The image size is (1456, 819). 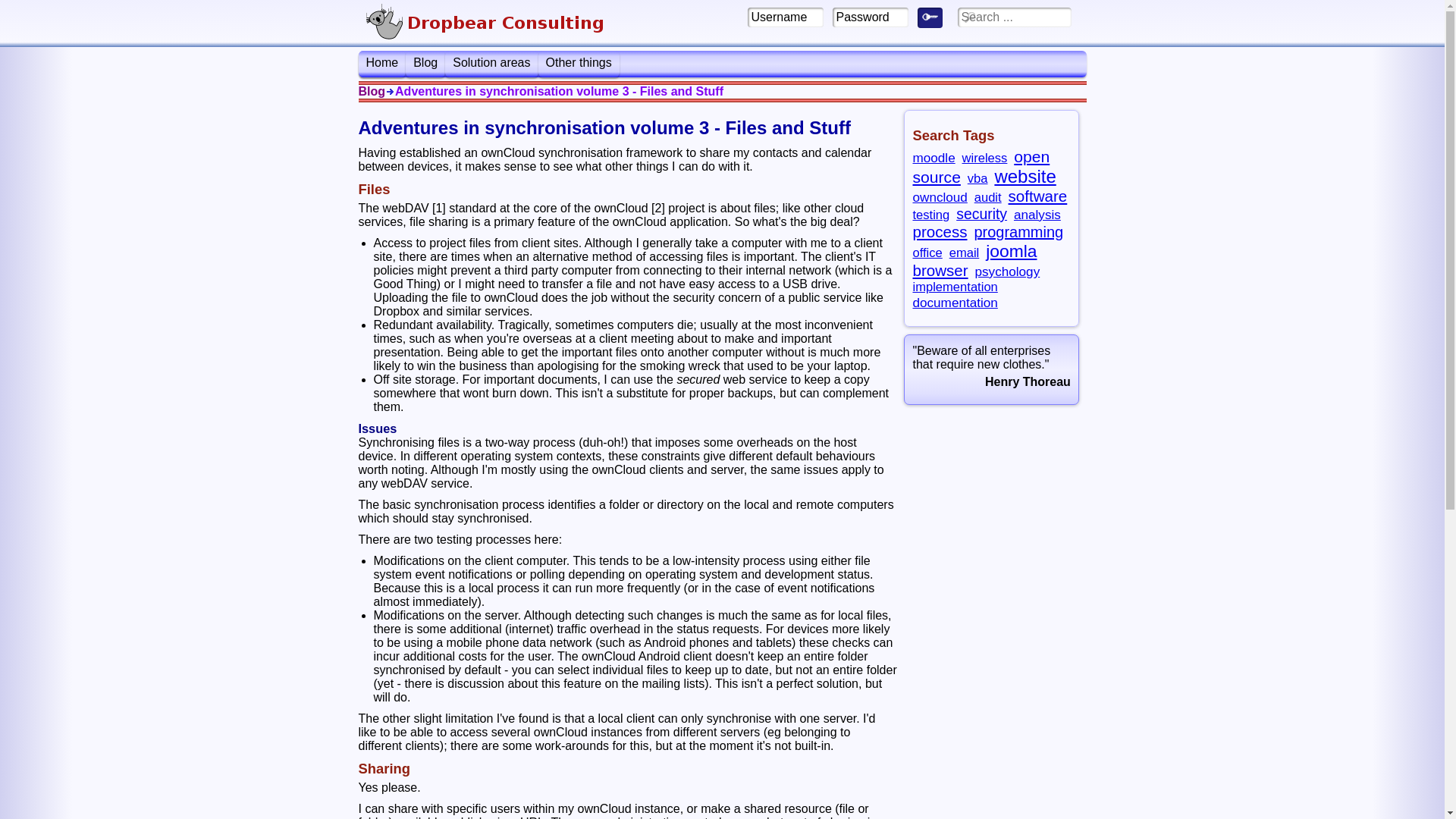 I want to click on 'email', so click(x=964, y=252).